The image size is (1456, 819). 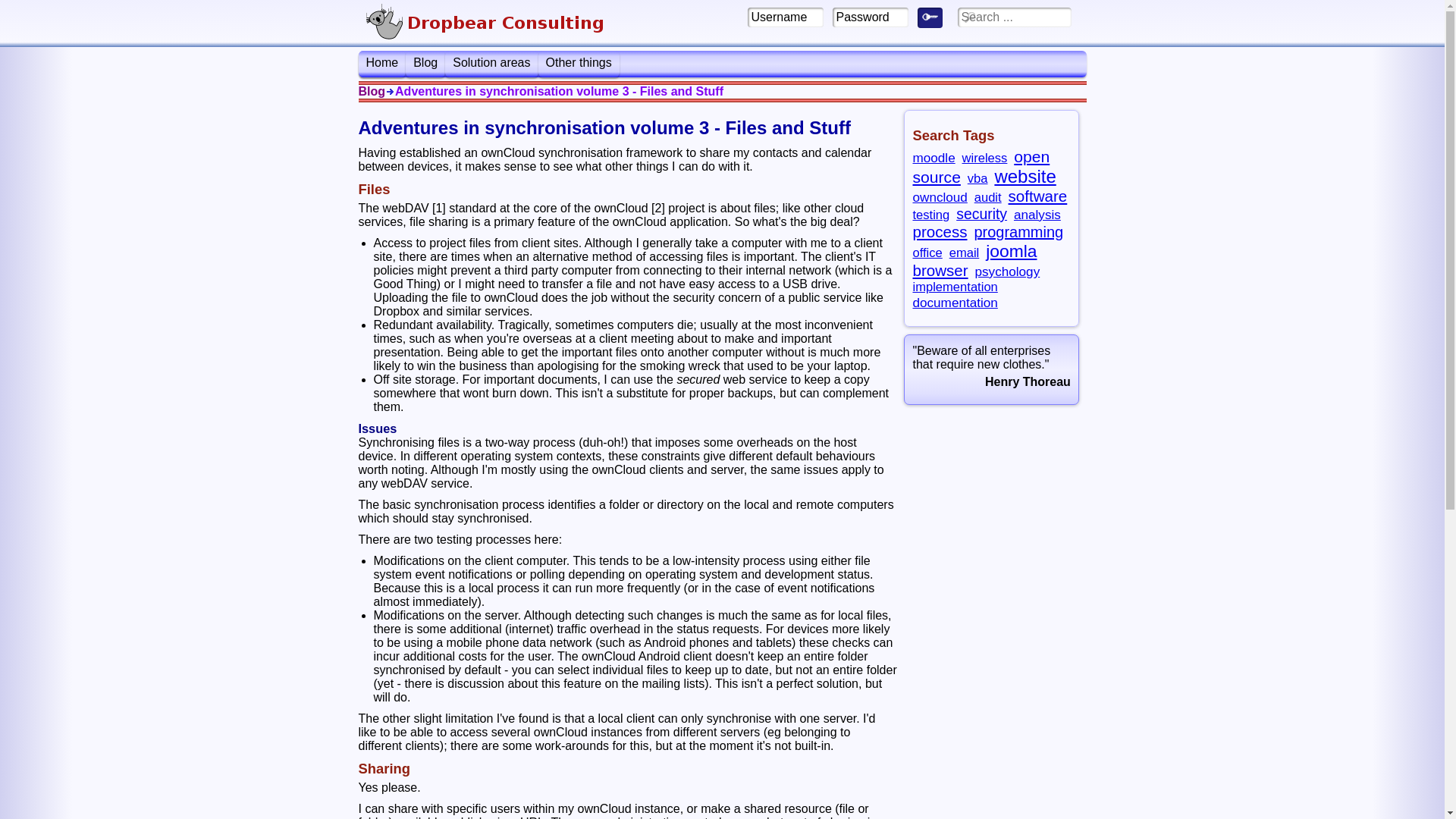 I want to click on 'email', so click(x=964, y=252).